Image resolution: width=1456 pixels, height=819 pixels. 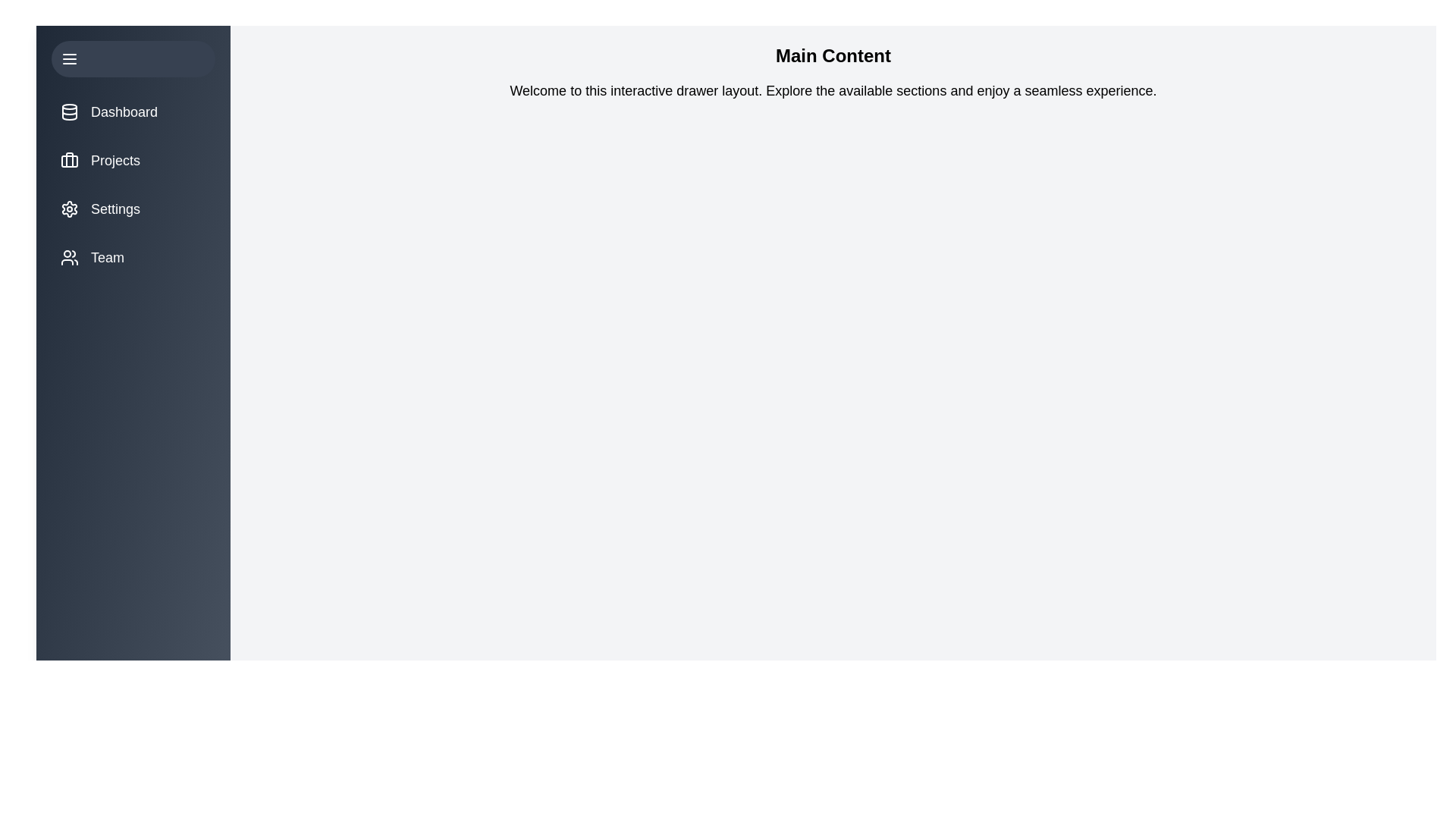 What do you see at coordinates (133, 111) in the screenshot?
I see `the menu item Dashboard from the drawer` at bounding box center [133, 111].